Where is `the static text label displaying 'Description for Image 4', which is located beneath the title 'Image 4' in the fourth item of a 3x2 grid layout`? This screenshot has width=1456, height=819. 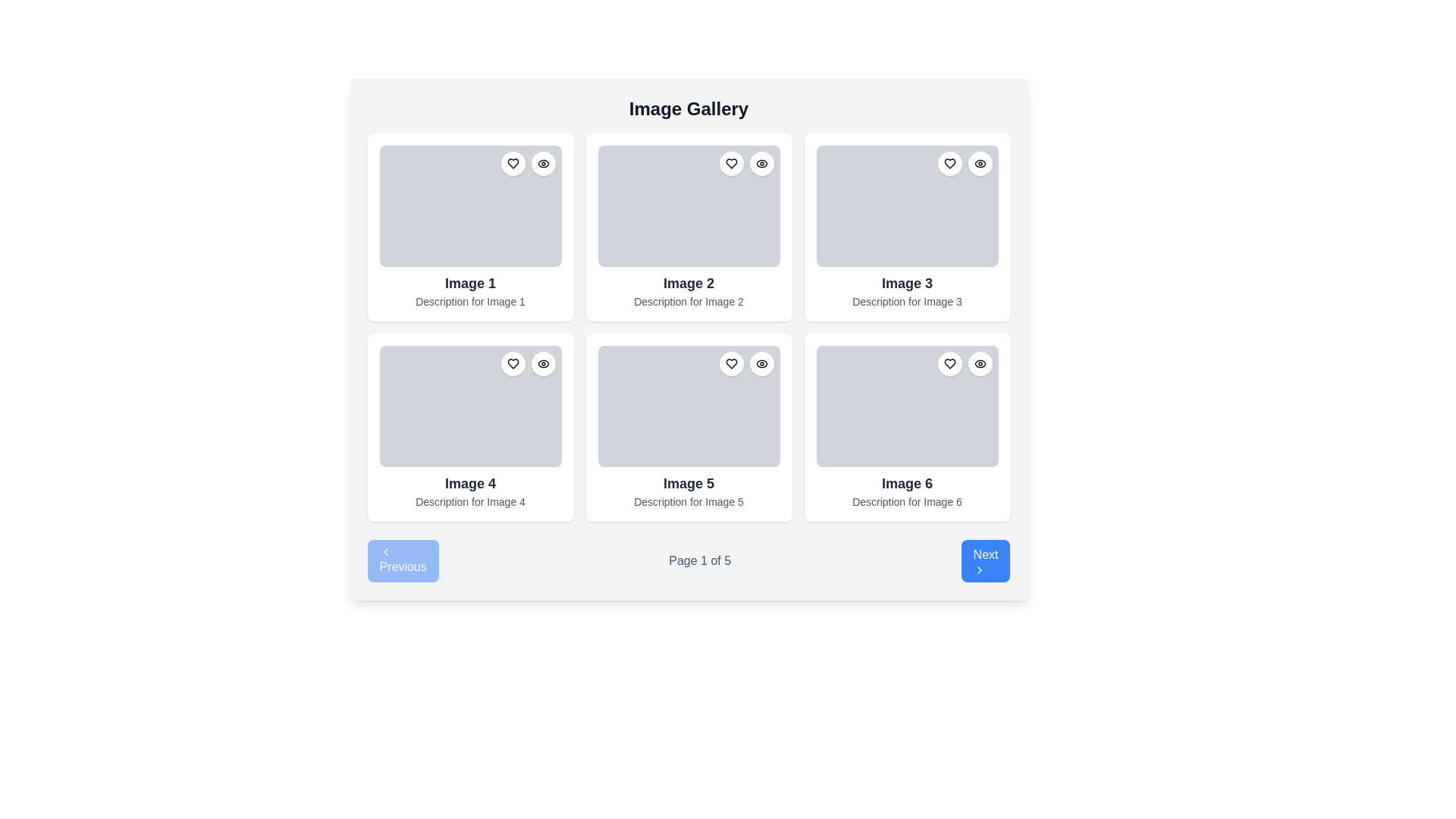
the static text label displaying 'Description for Image 4', which is located beneath the title 'Image 4' in the fourth item of a 3x2 grid layout is located at coordinates (469, 502).